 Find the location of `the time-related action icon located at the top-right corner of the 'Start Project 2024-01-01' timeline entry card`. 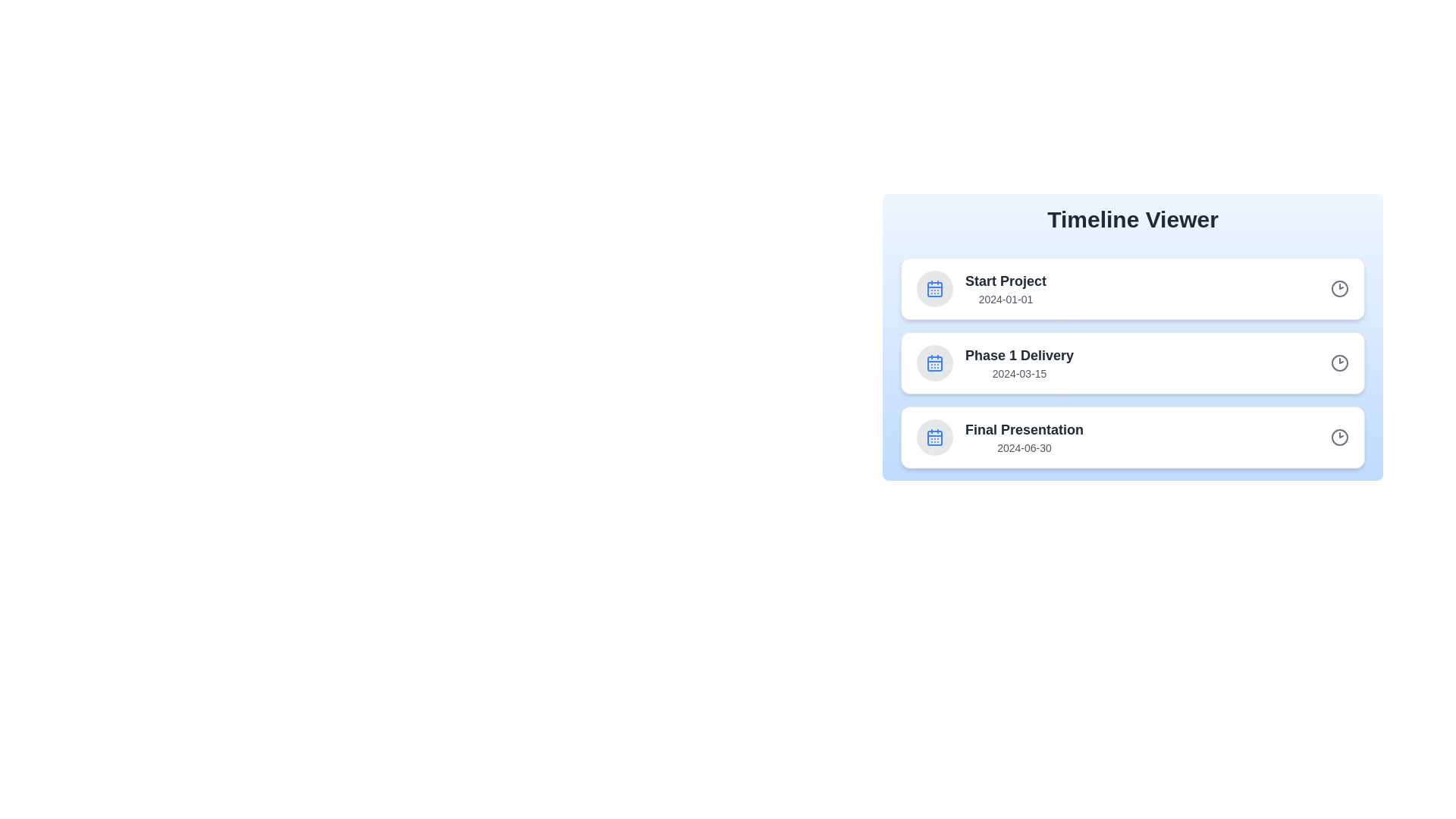

the time-related action icon located at the top-right corner of the 'Start Project 2024-01-01' timeline entry card is located at coordinates (1339, 289).